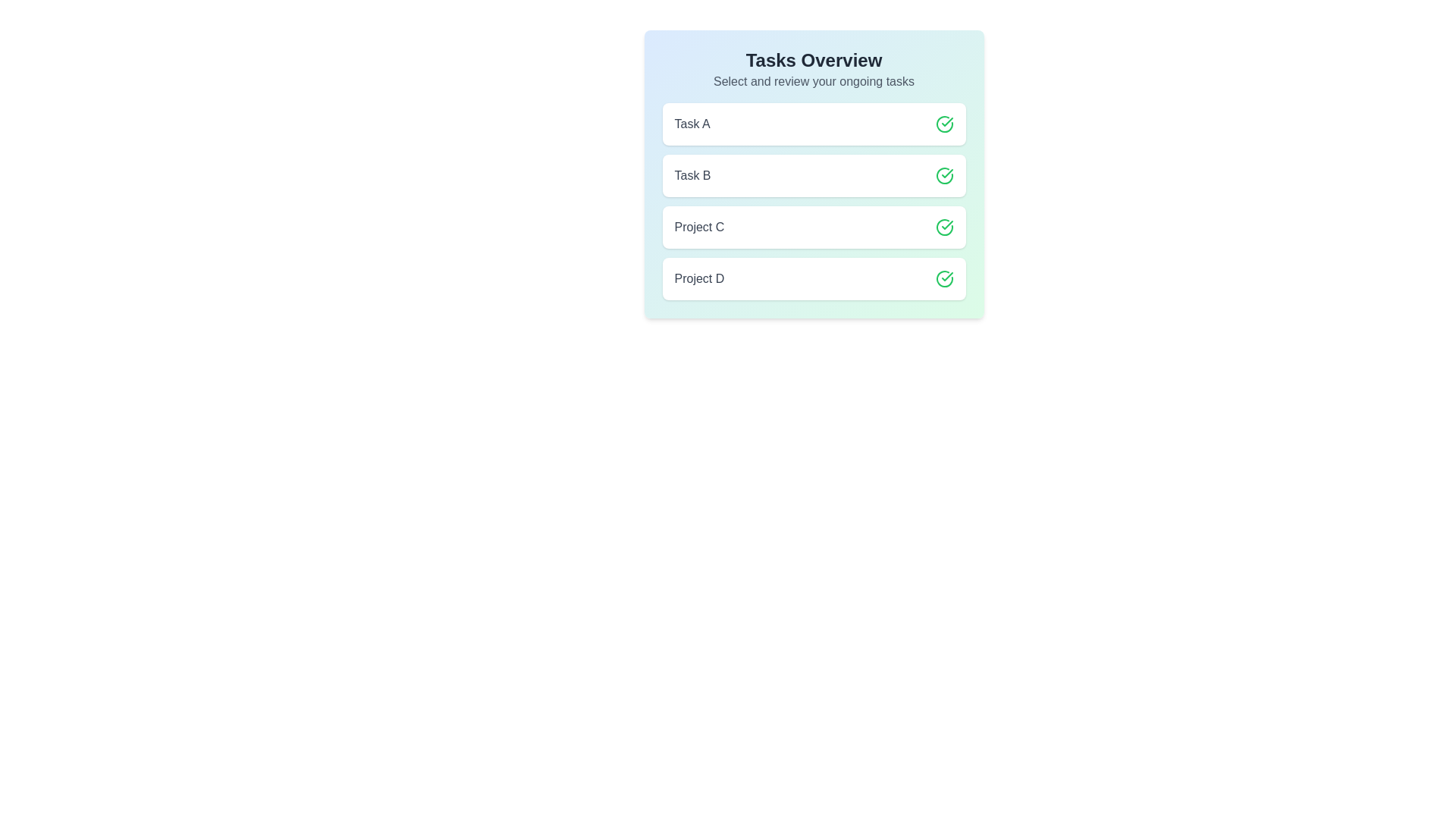 This screenshot has width=1456, height=819. Describe the element at coordinates (813, 174) in the screenshot. I see `the item Task B from the list` at that location.